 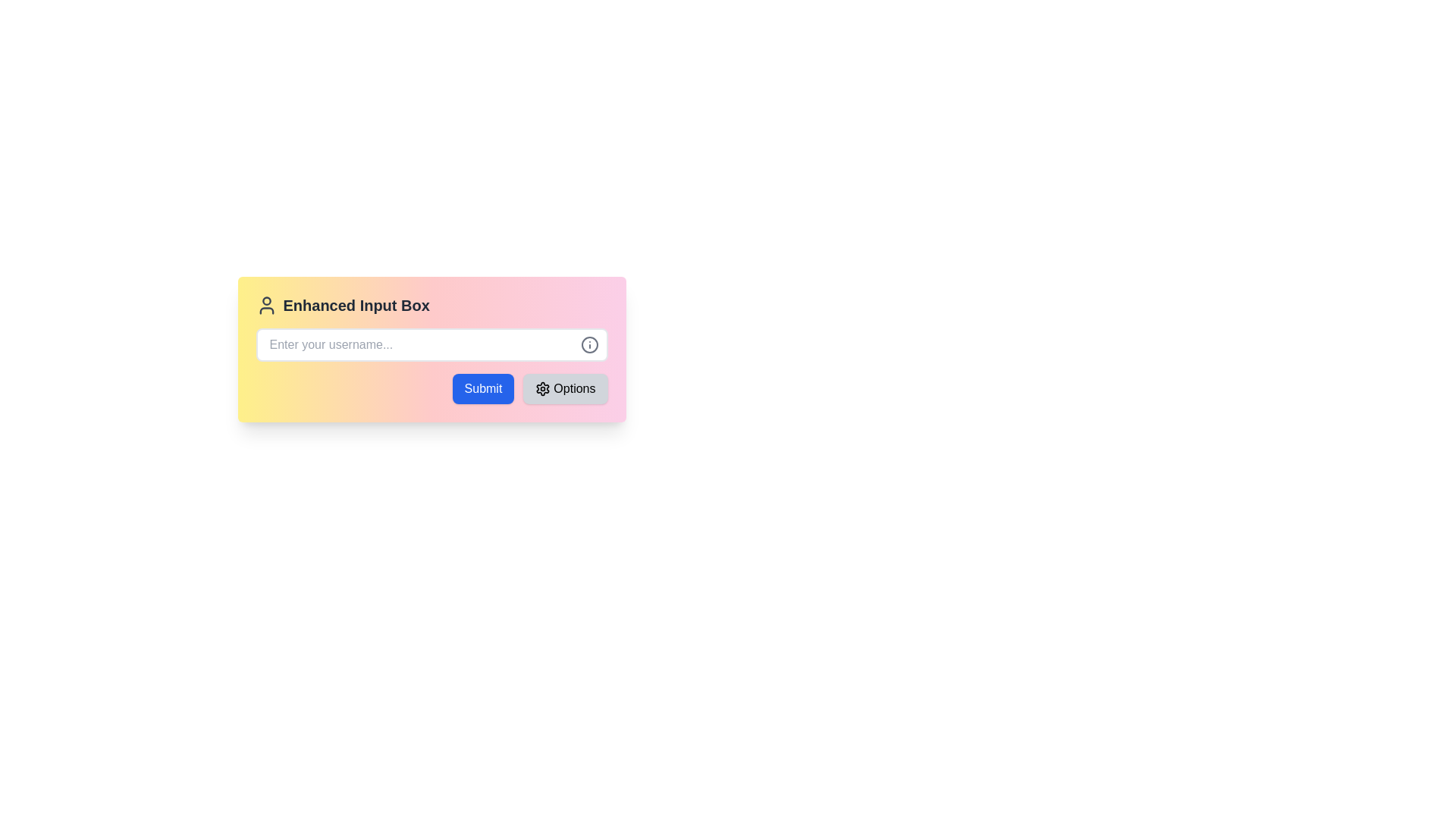 I want to click on the 'Options' button, which is a rounded rectangular button with a light gray background and a gear icon, located at the bottom-right section of the interface, so click(x=564, y=388).